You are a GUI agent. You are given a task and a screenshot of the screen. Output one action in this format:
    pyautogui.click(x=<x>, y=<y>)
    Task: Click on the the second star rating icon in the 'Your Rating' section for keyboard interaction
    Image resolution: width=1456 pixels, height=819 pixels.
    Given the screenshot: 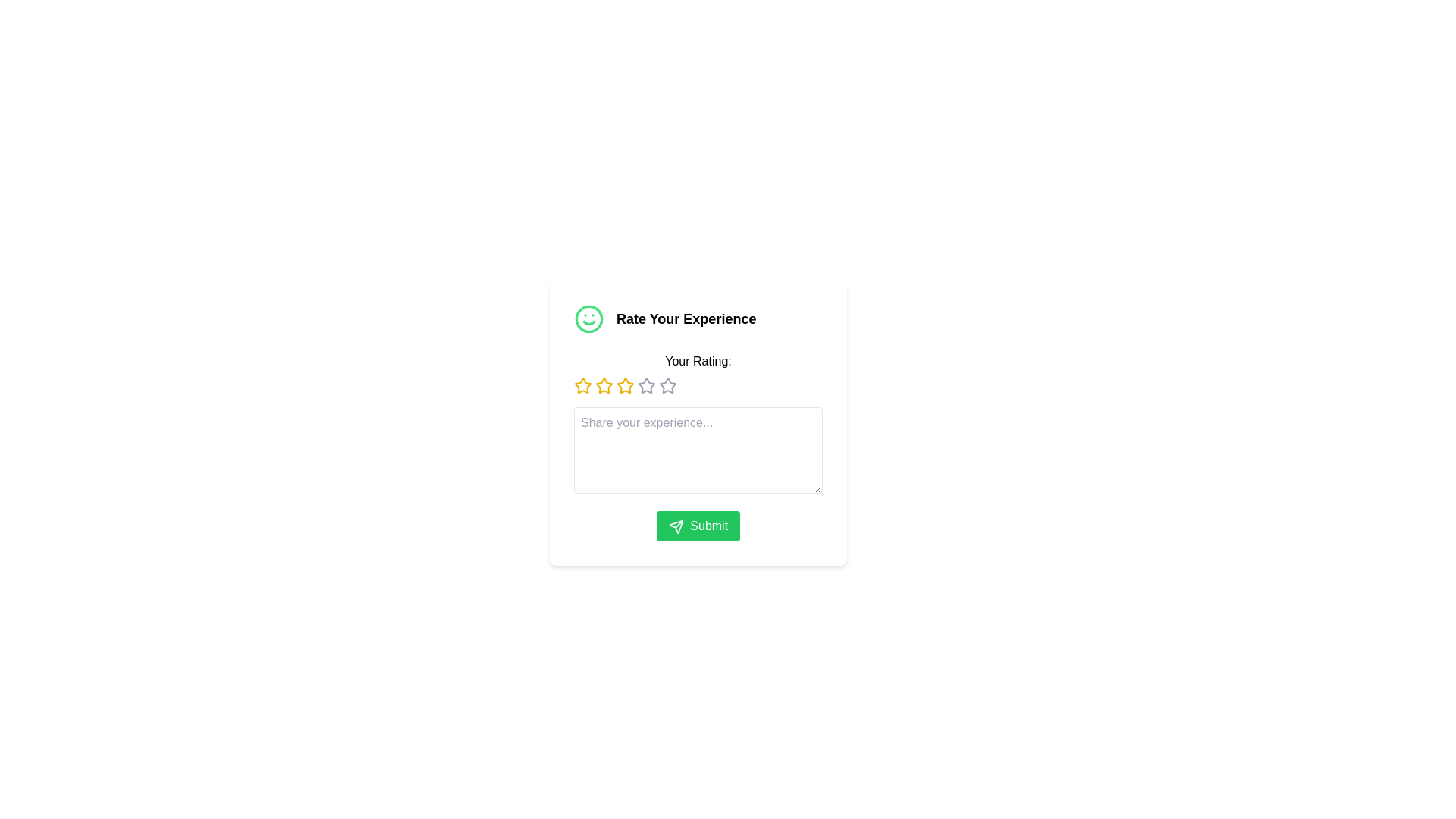 What is the action you would take?
    pyautogui.click(x=626, y=384)
    